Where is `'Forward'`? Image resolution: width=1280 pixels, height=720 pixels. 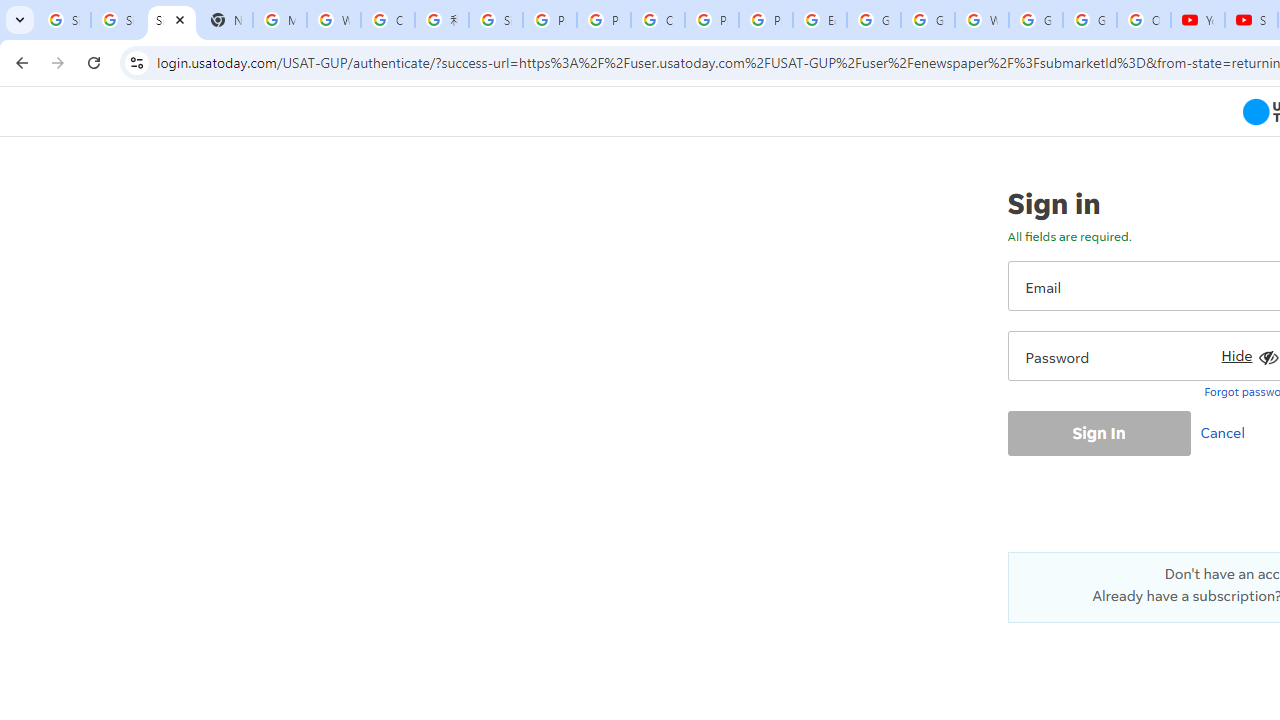 'Forward' is located at coordinates (58, 61).